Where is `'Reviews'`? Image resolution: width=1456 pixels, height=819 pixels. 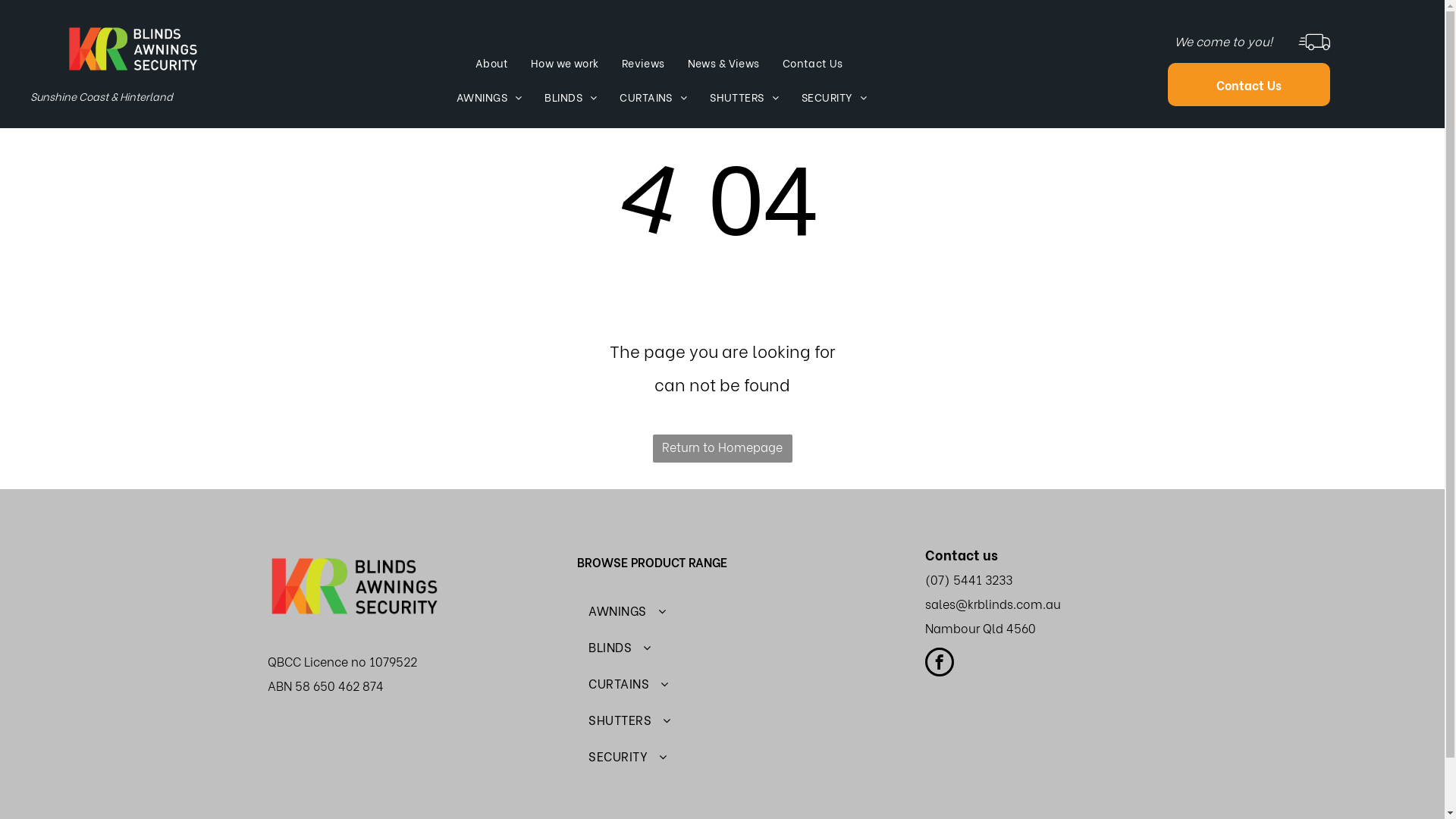 'Reviews' is located at coordinates (643, 62).